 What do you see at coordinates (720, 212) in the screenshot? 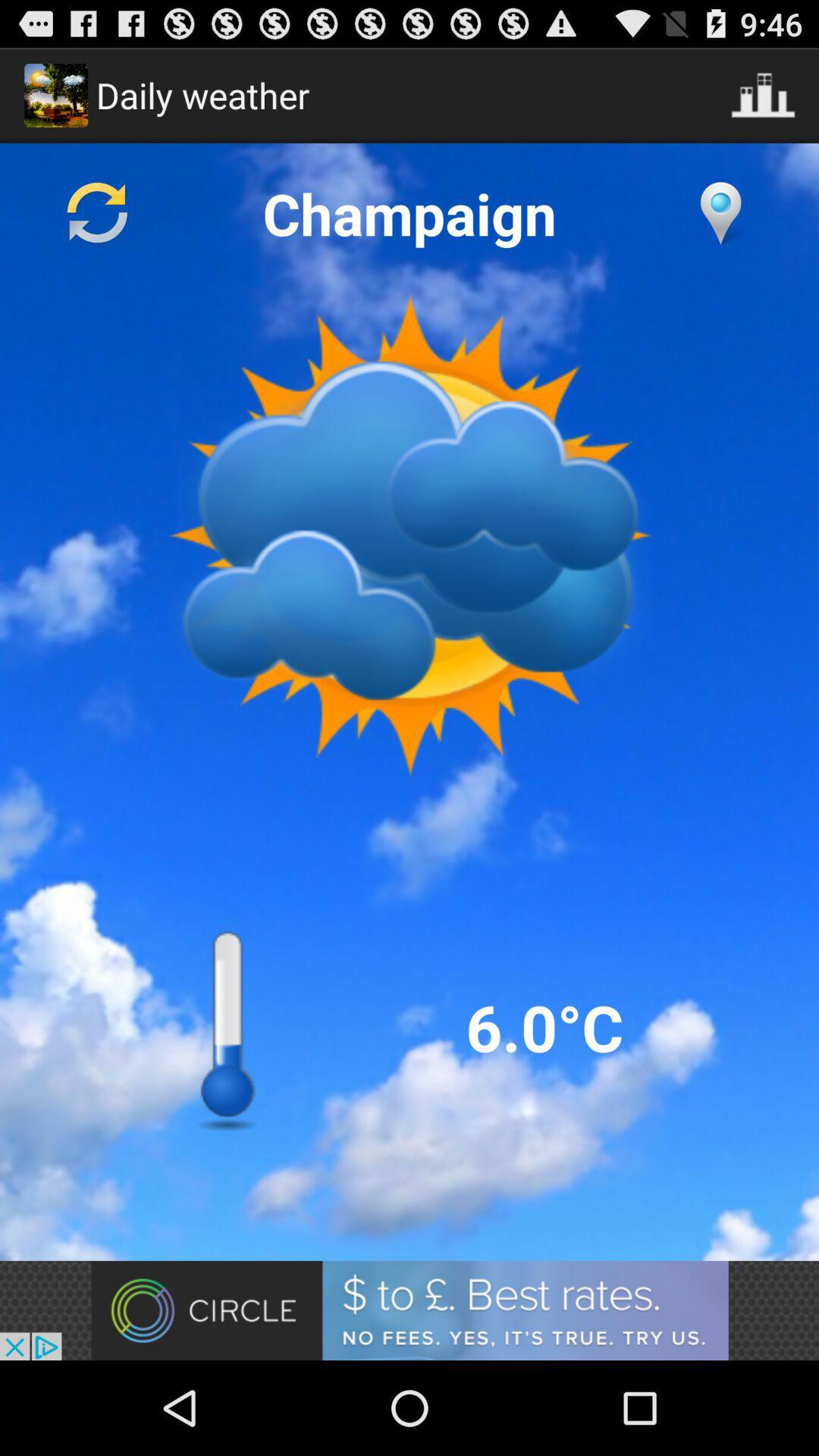
I see `compass point` at bounding box center [720, 212].